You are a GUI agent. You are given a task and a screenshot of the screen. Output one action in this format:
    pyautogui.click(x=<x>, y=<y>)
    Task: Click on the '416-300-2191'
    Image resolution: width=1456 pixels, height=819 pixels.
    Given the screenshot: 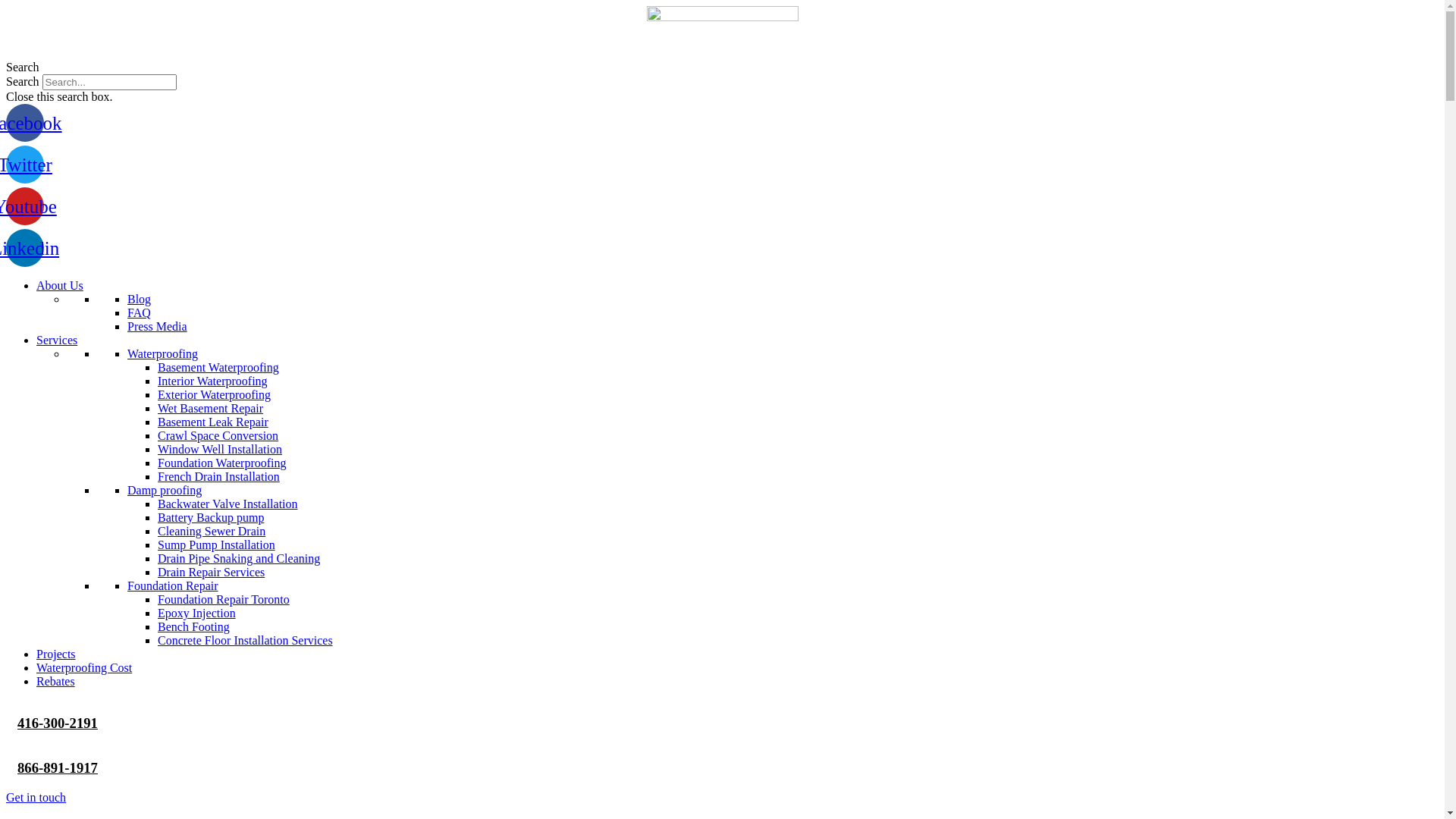 What is the action you would take?
    pyautogui.click(x=17, y=722)
    